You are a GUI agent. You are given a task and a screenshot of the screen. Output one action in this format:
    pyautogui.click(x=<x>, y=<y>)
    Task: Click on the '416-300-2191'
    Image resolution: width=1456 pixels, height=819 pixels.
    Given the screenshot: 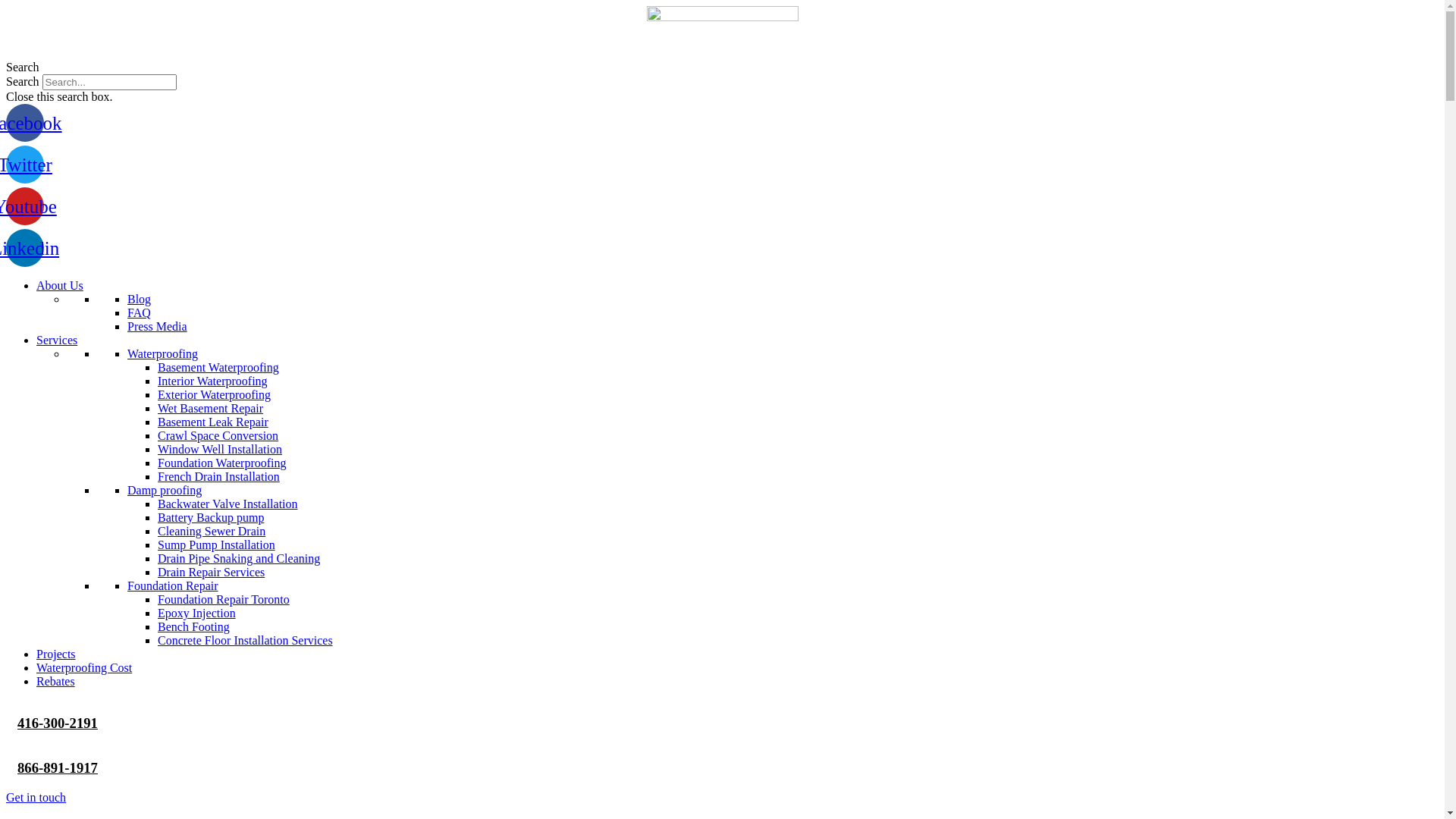 What is the action you would take?
    pyautogui.click(x=17, y=722)
    